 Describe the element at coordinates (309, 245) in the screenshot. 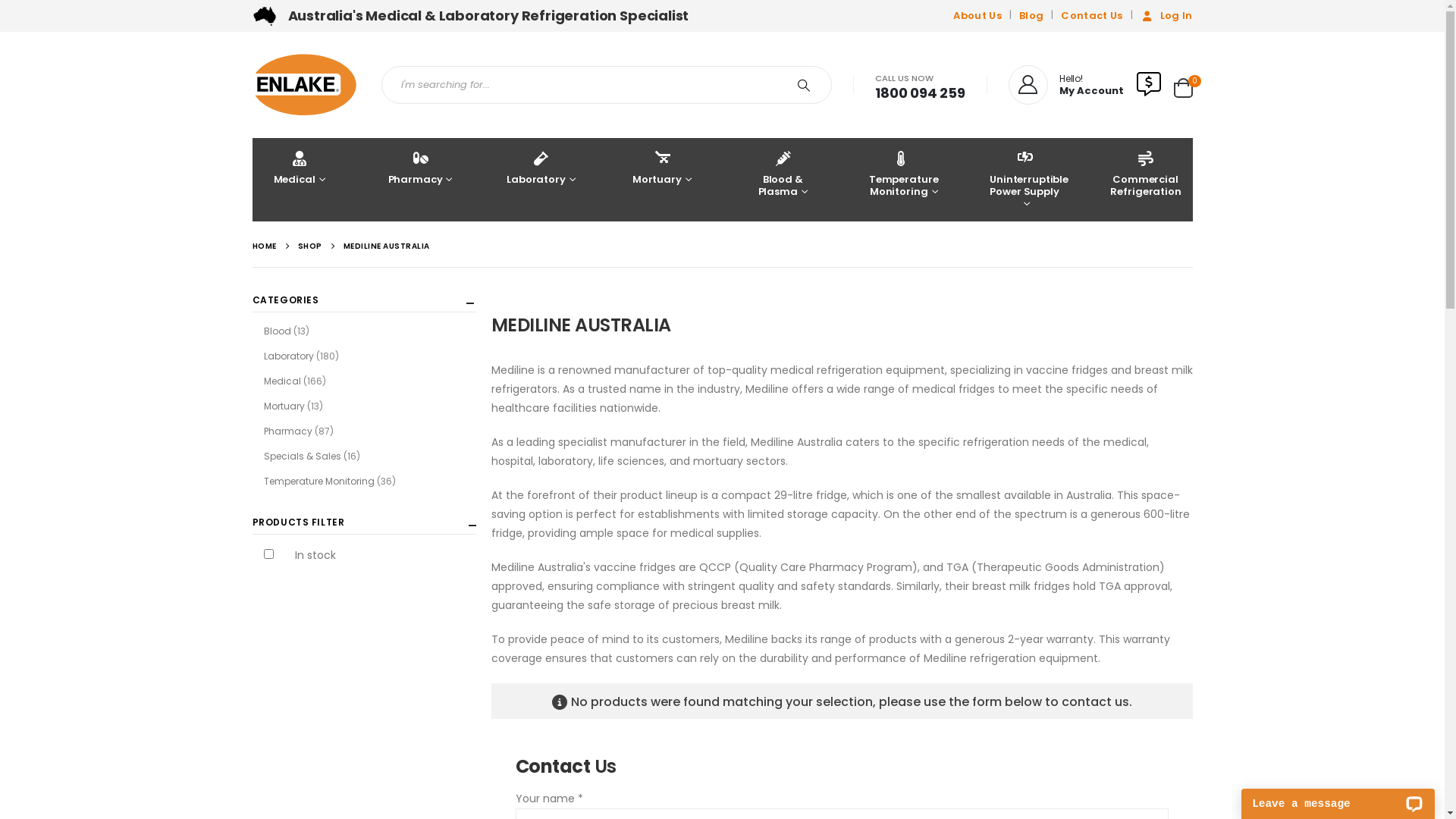

I see `'SHOP'` at that location.